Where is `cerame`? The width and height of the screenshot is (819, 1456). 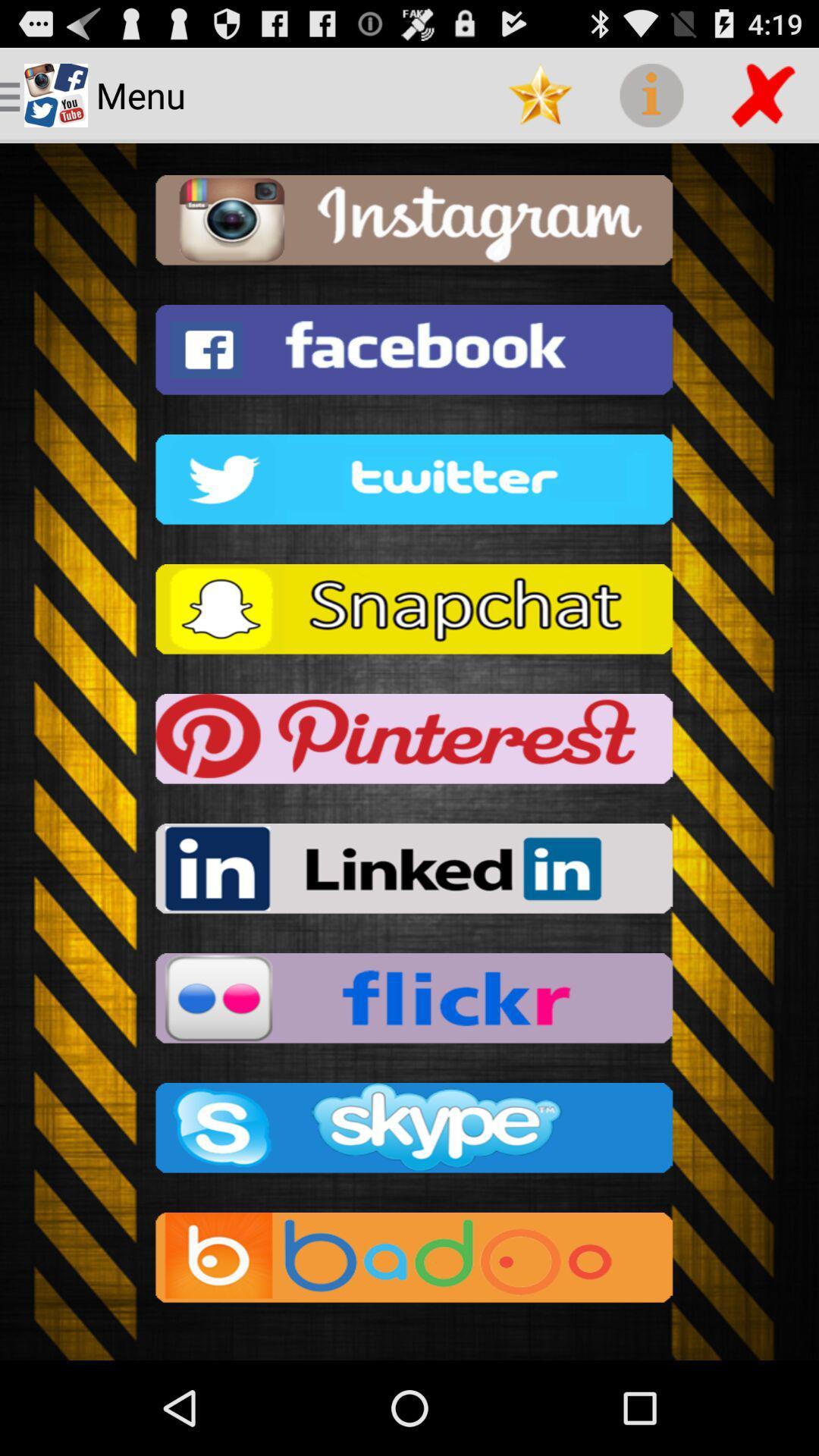 cerame is located at coordinates (409, 224).